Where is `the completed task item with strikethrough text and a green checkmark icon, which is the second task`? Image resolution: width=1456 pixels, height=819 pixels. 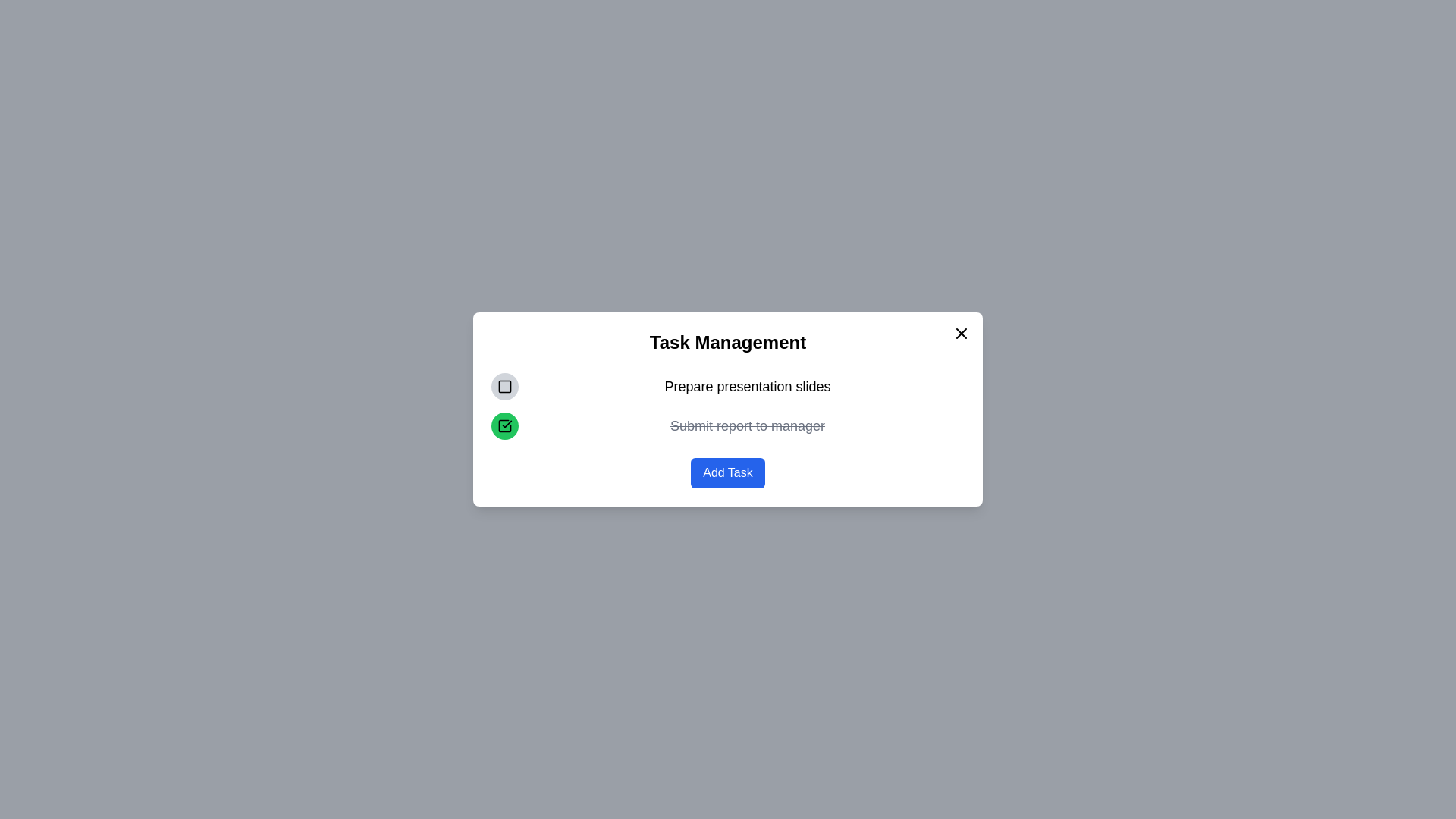
the completed task item with strikethrough text and a green checkmark icon, which is the second task is located at coordinates (728, 426).